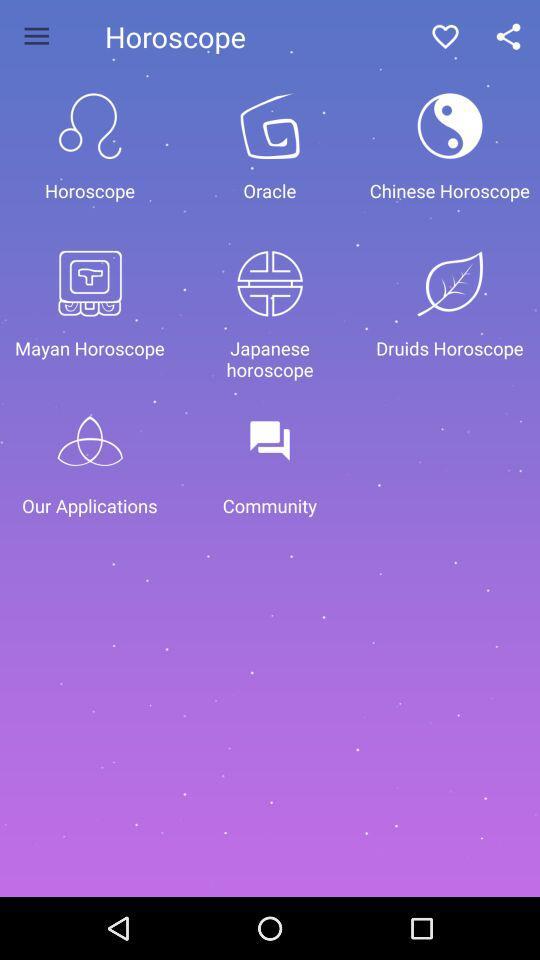 The height and width of the screenshot is (960, 540). I want to click on icon to the left of horoscope icon, so click(36, 35).